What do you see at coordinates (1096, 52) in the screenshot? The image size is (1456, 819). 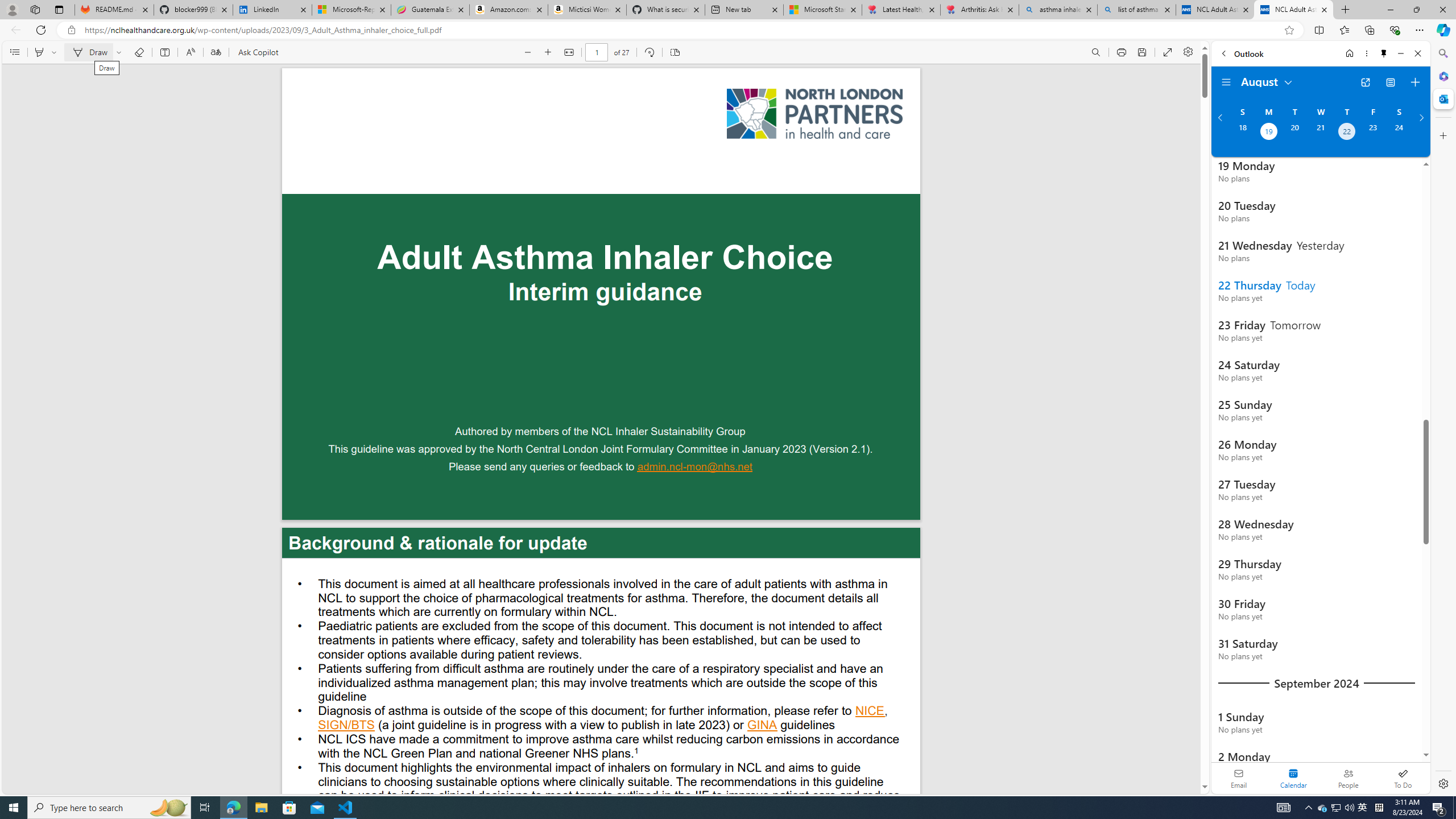 I see `'Find (Ctrl + F)'` at bounding box center [1096, 52].